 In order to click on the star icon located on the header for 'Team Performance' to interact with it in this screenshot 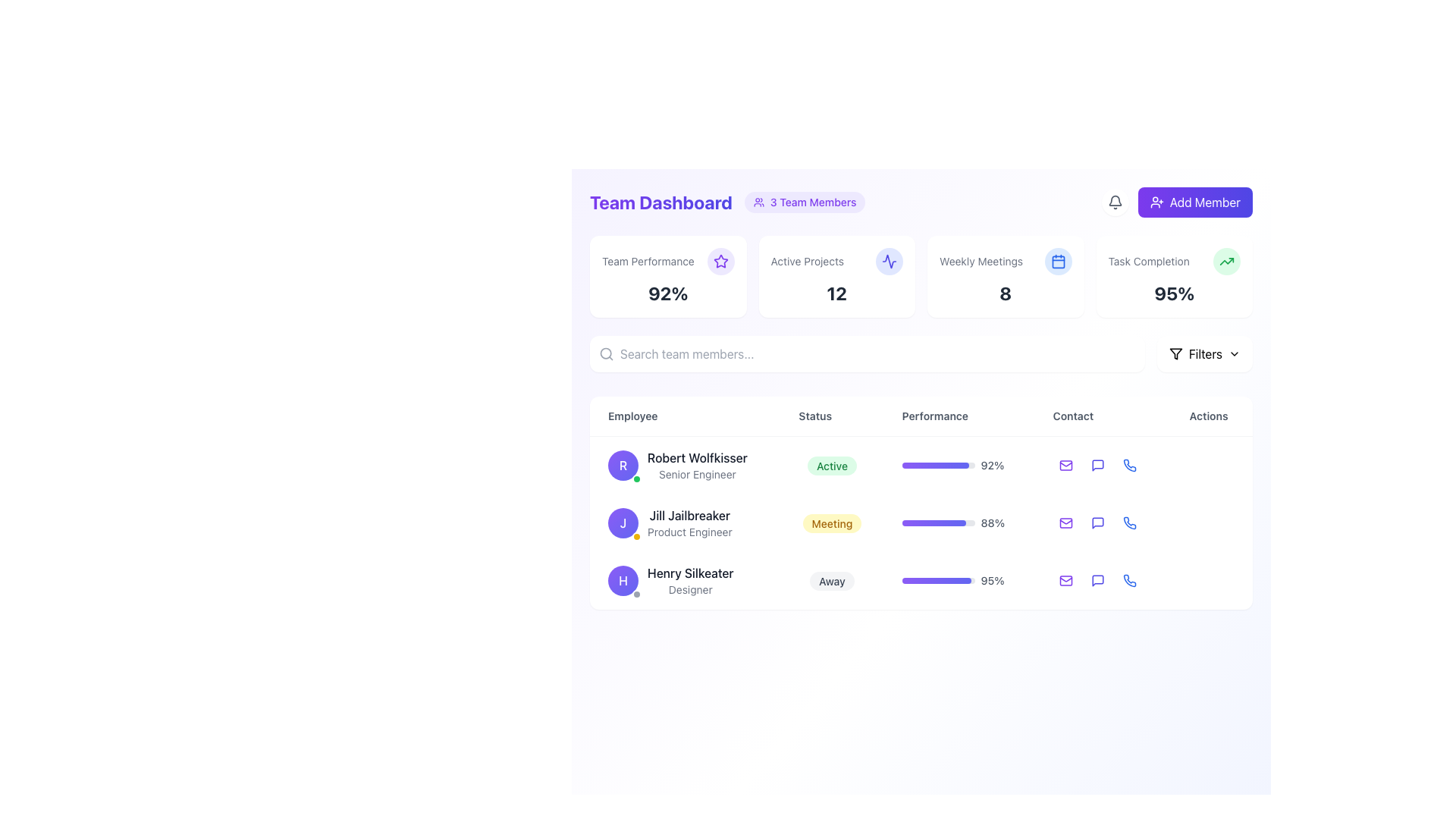, I will do `click(667, 260)`.